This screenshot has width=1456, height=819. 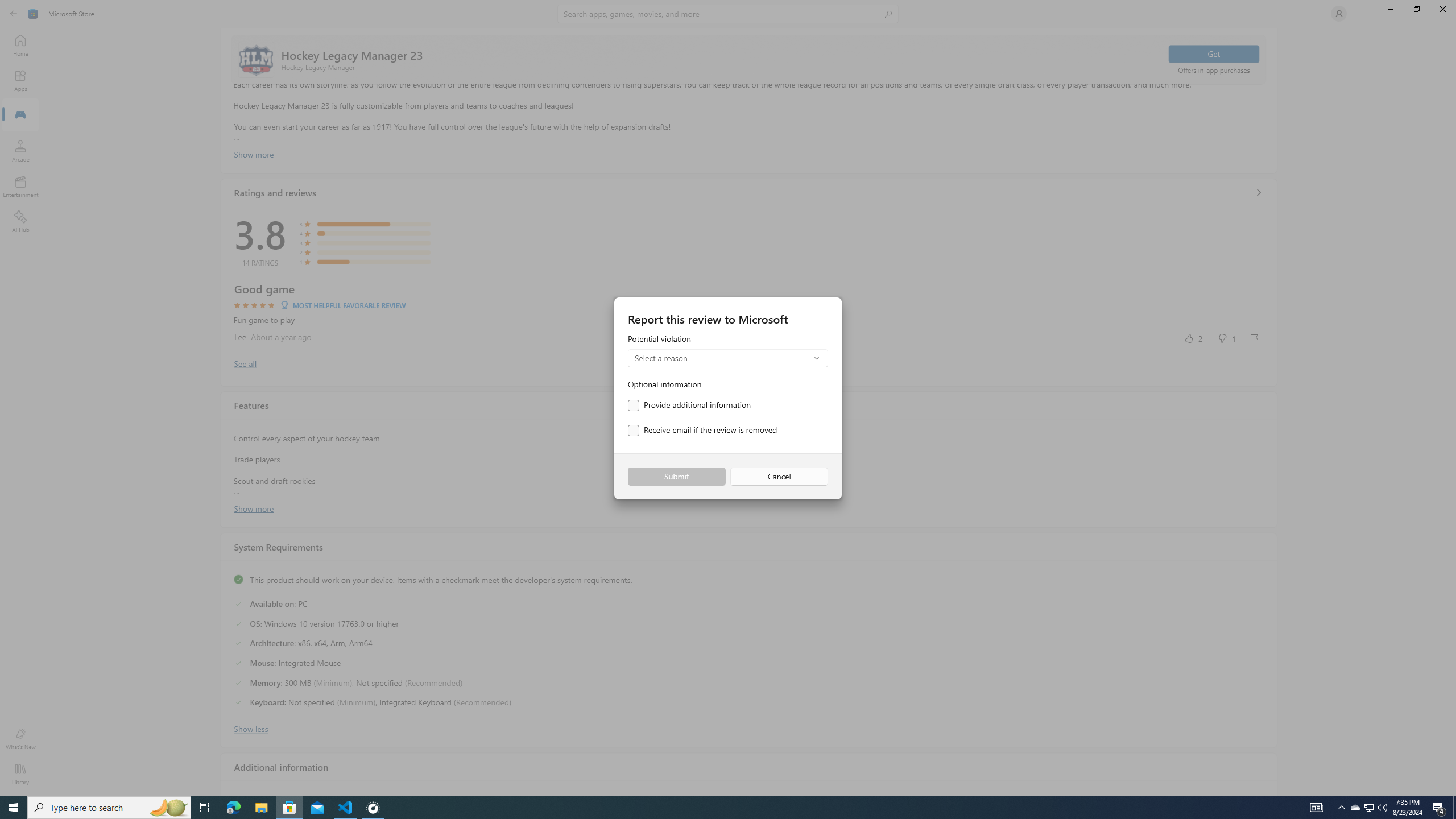 What do you see at coordinates (250, 727) in the screenshot?
I see `'Show less'` at bounding box center [250, 727].